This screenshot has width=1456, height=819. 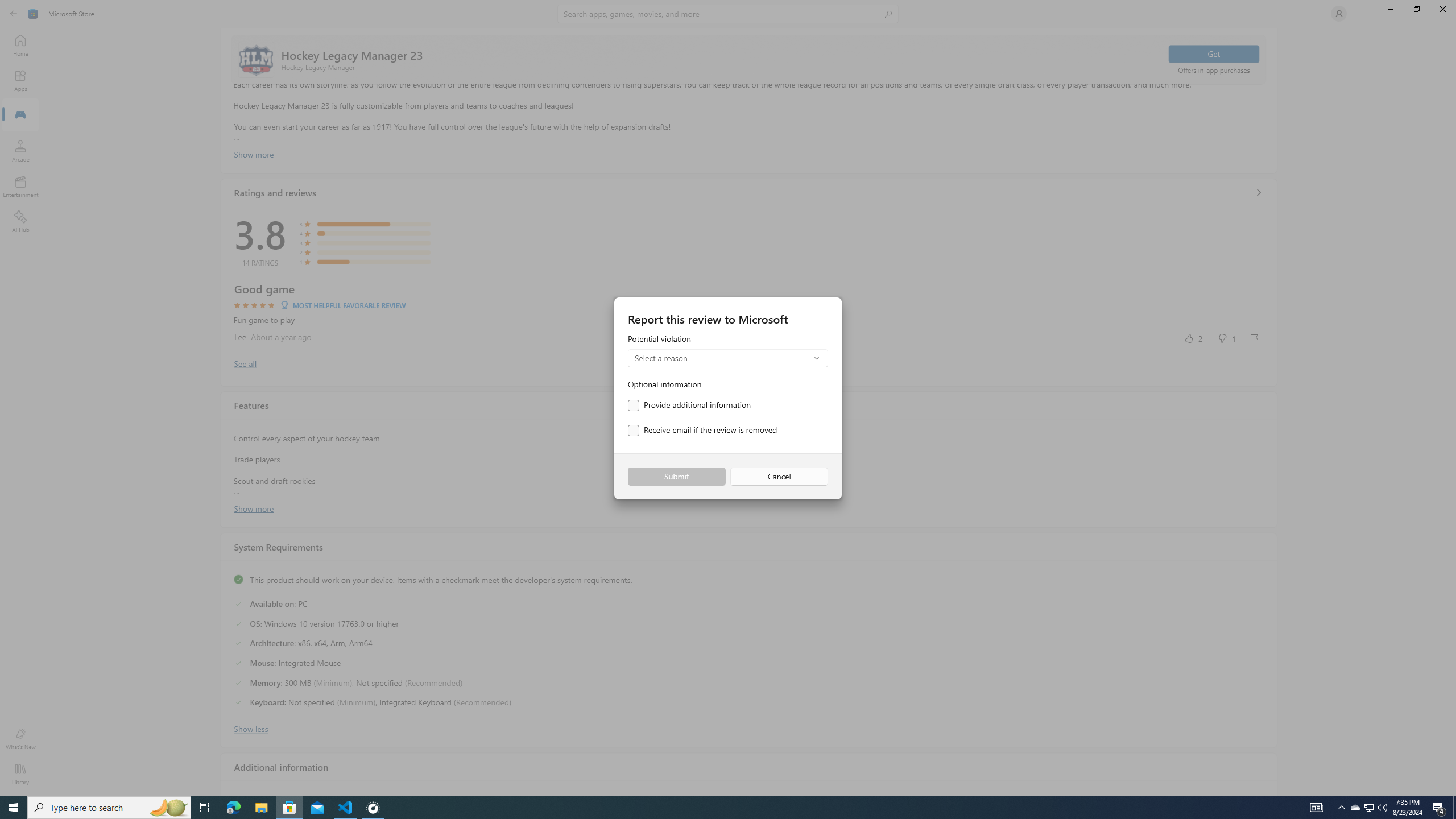 What do you see at coordinates (250, 727) in the screenshot?
I see `'Show less'` at bounding box center [250, 727].